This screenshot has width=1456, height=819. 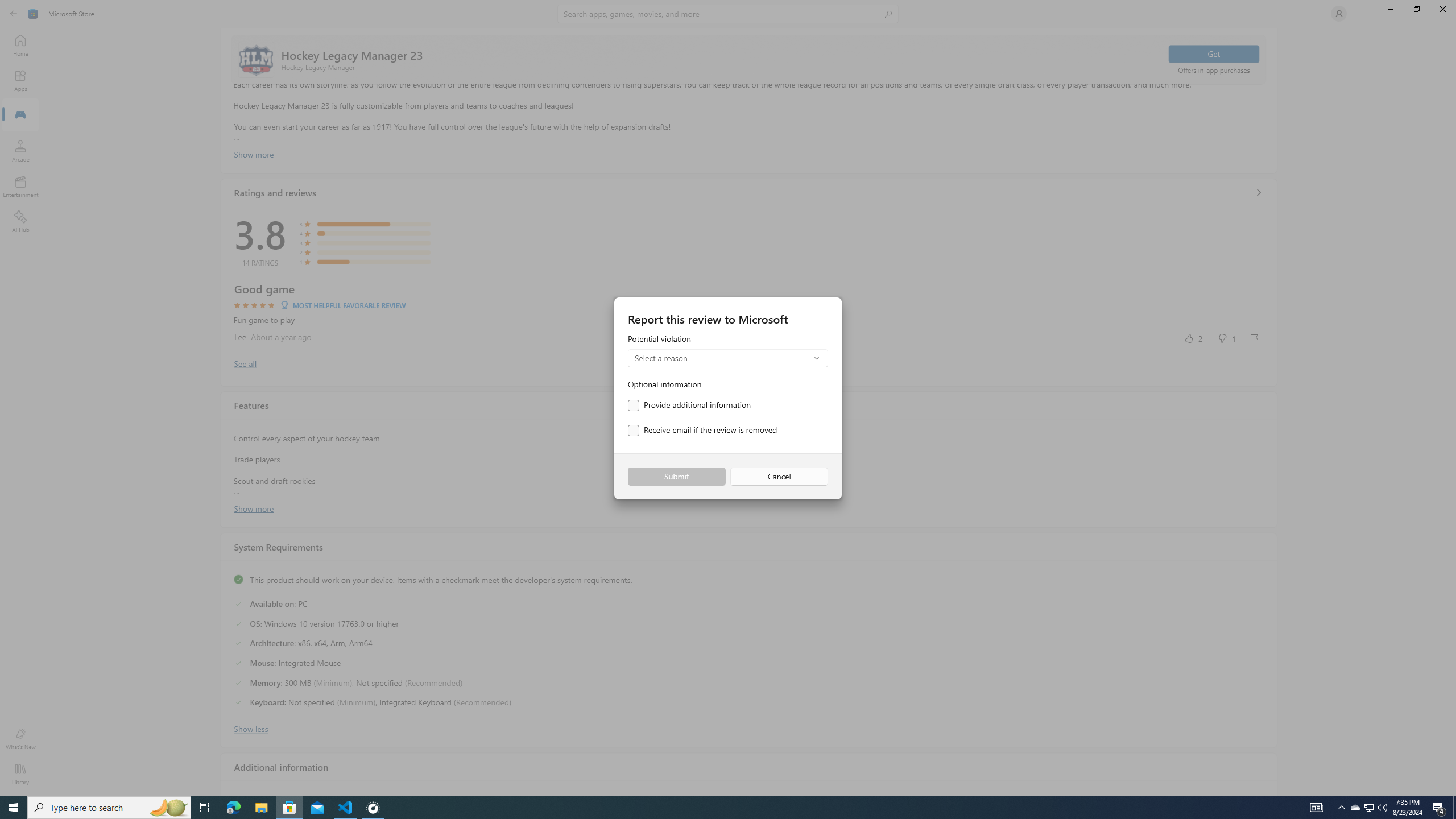 What do you see at coordinates (250, 727) in the screenshot?
I see `'Show less'` at bounding box center [250, 727].